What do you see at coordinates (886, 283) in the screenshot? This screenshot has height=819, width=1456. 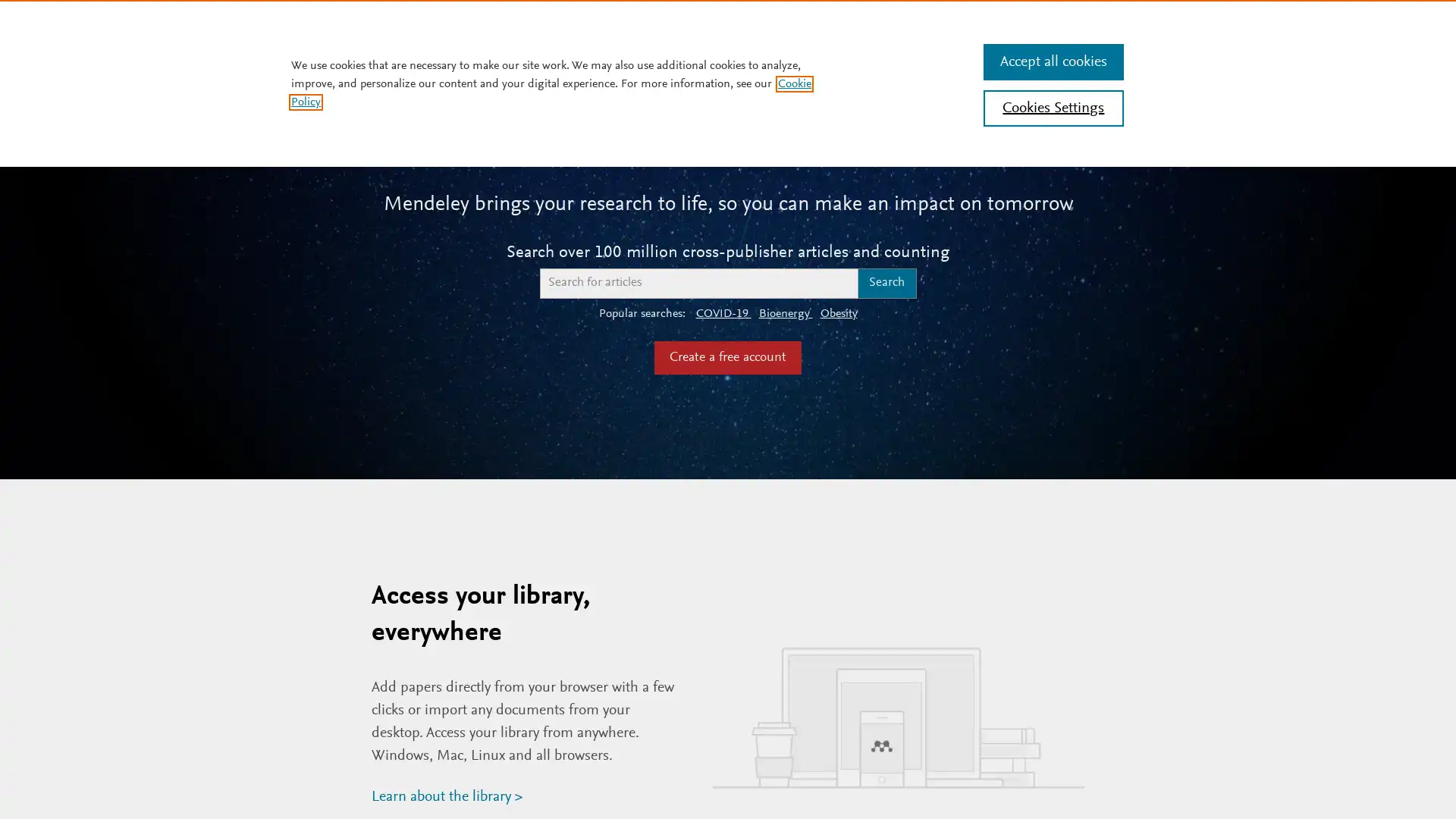 I see `Search` at bounding box center [886, 283].